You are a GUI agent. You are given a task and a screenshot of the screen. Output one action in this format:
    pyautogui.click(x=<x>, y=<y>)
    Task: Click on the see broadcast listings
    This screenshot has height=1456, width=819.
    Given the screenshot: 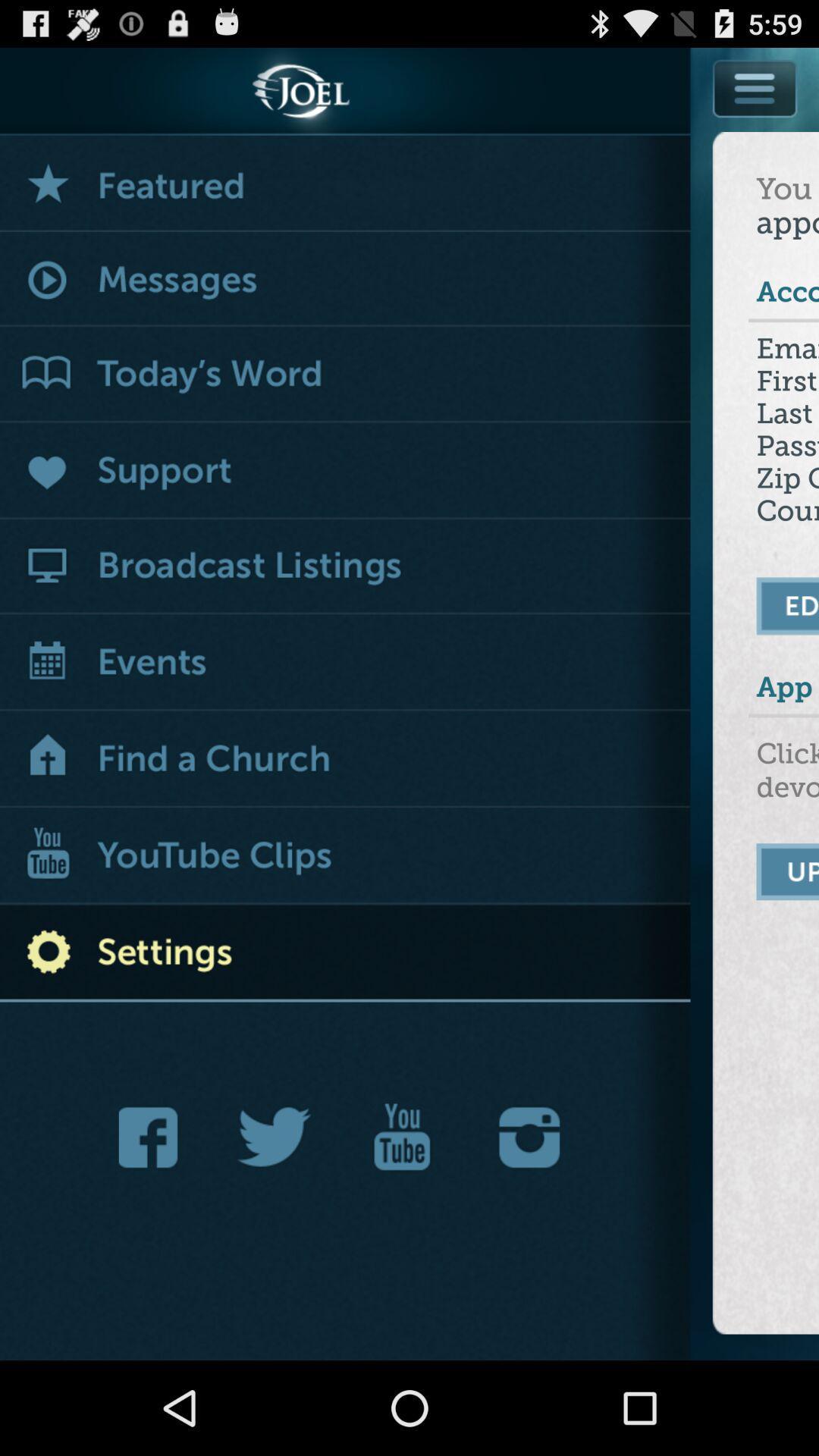 What is the action you would take?
    pyautogui.click(x=345, y=566)
    